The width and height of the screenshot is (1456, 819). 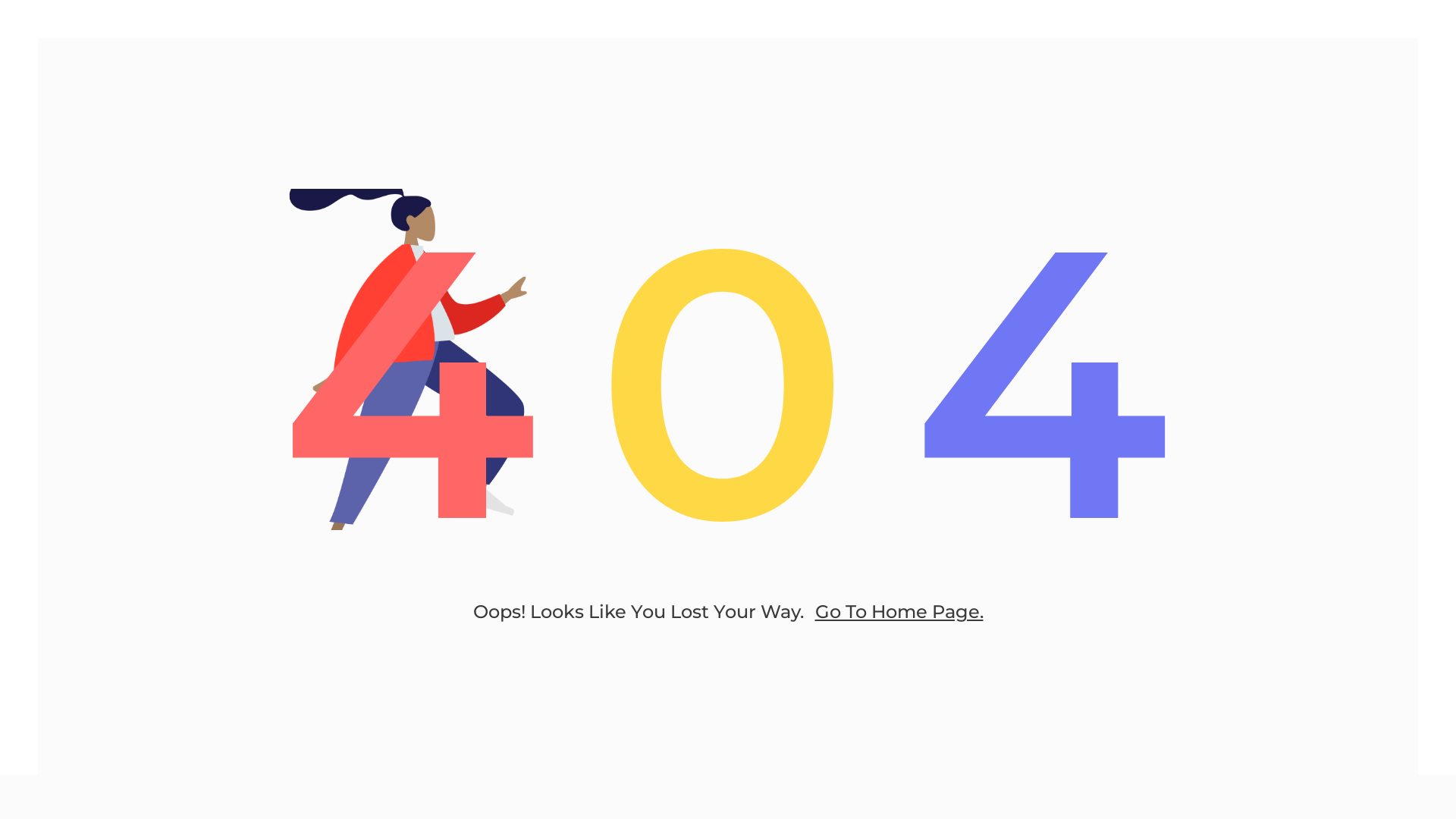 I want to click on 'Go To Home Page.', so click(x=899, y=610).